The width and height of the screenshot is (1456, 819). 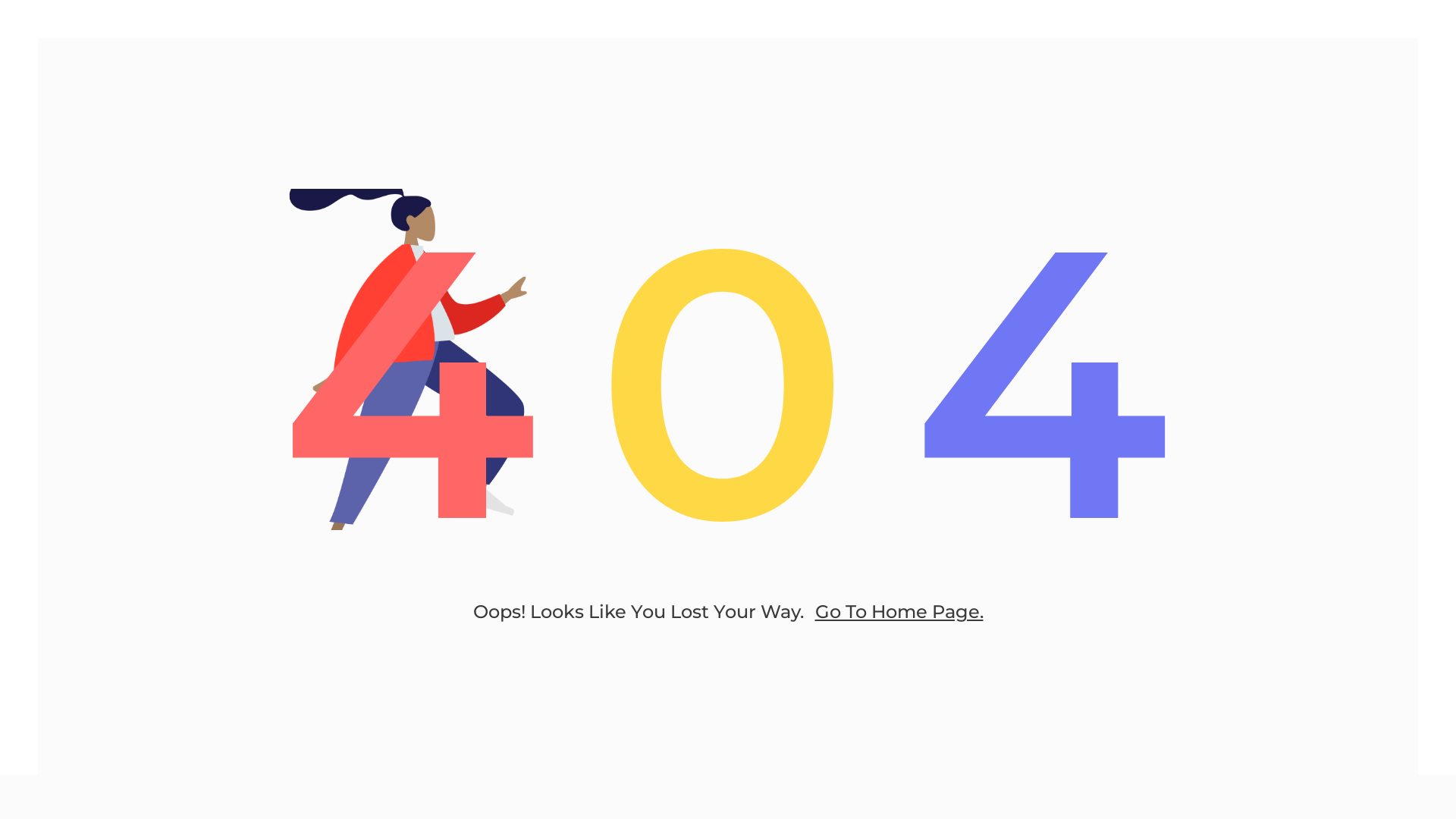 I want to click on 'Go To Home Page.', so click(x=899, y=610).